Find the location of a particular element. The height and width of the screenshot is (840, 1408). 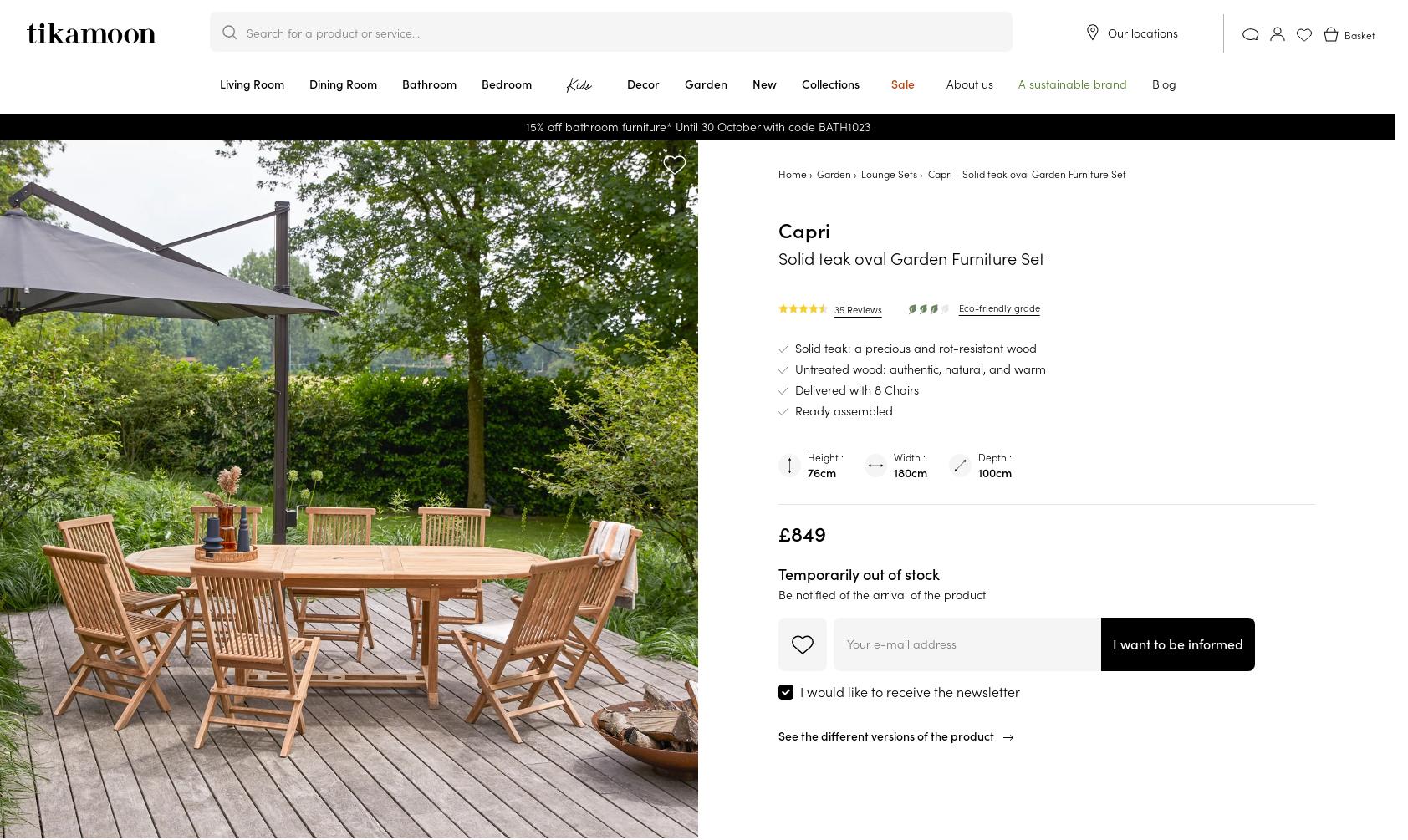

'Living Room' is located at coordinates (251, 84).